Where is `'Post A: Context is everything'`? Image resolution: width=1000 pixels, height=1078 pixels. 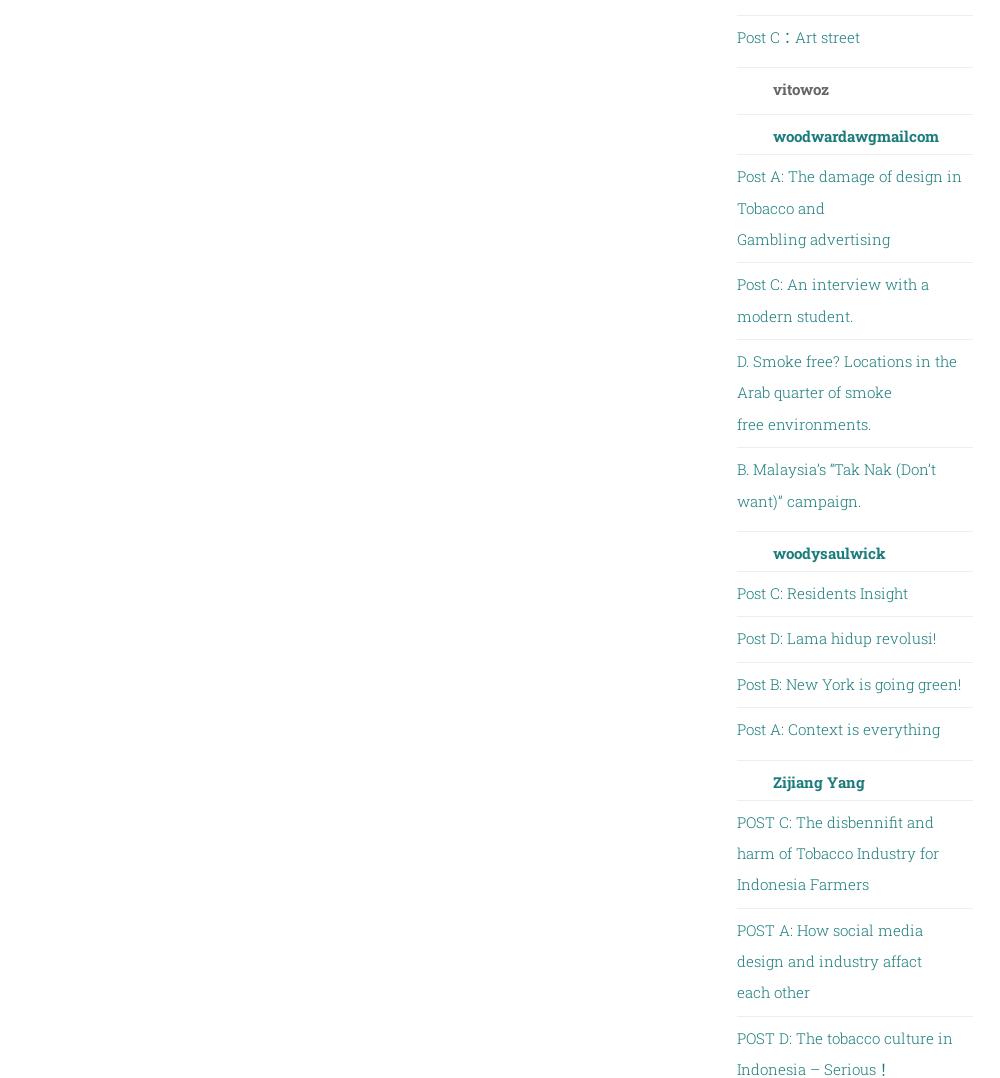 'Post A: Context is everything' is located at coordinates (836, 728).